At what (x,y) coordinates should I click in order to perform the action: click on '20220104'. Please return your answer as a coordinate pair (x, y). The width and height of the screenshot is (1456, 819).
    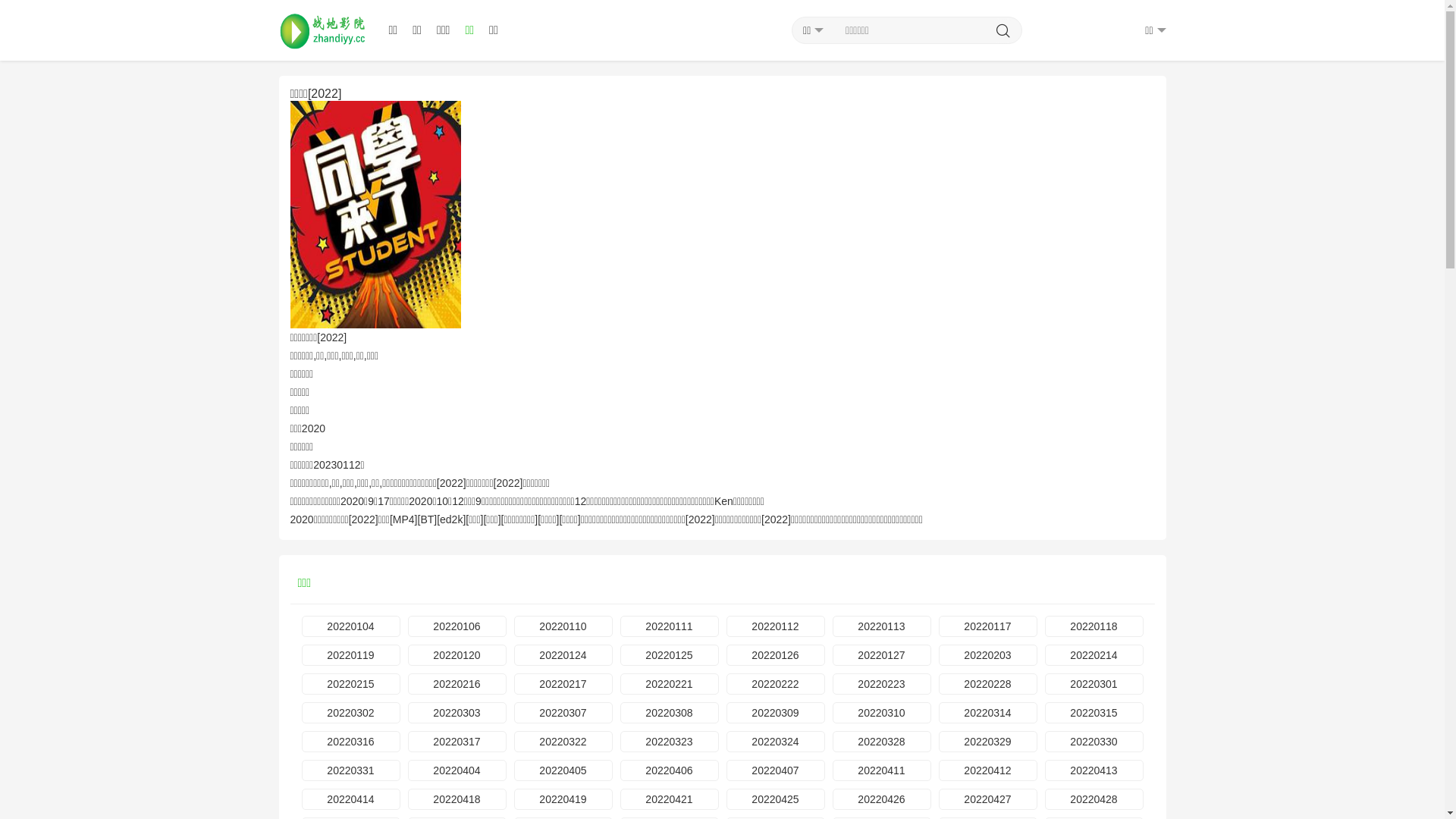
    Looking at the image, I should click on (350, 626).